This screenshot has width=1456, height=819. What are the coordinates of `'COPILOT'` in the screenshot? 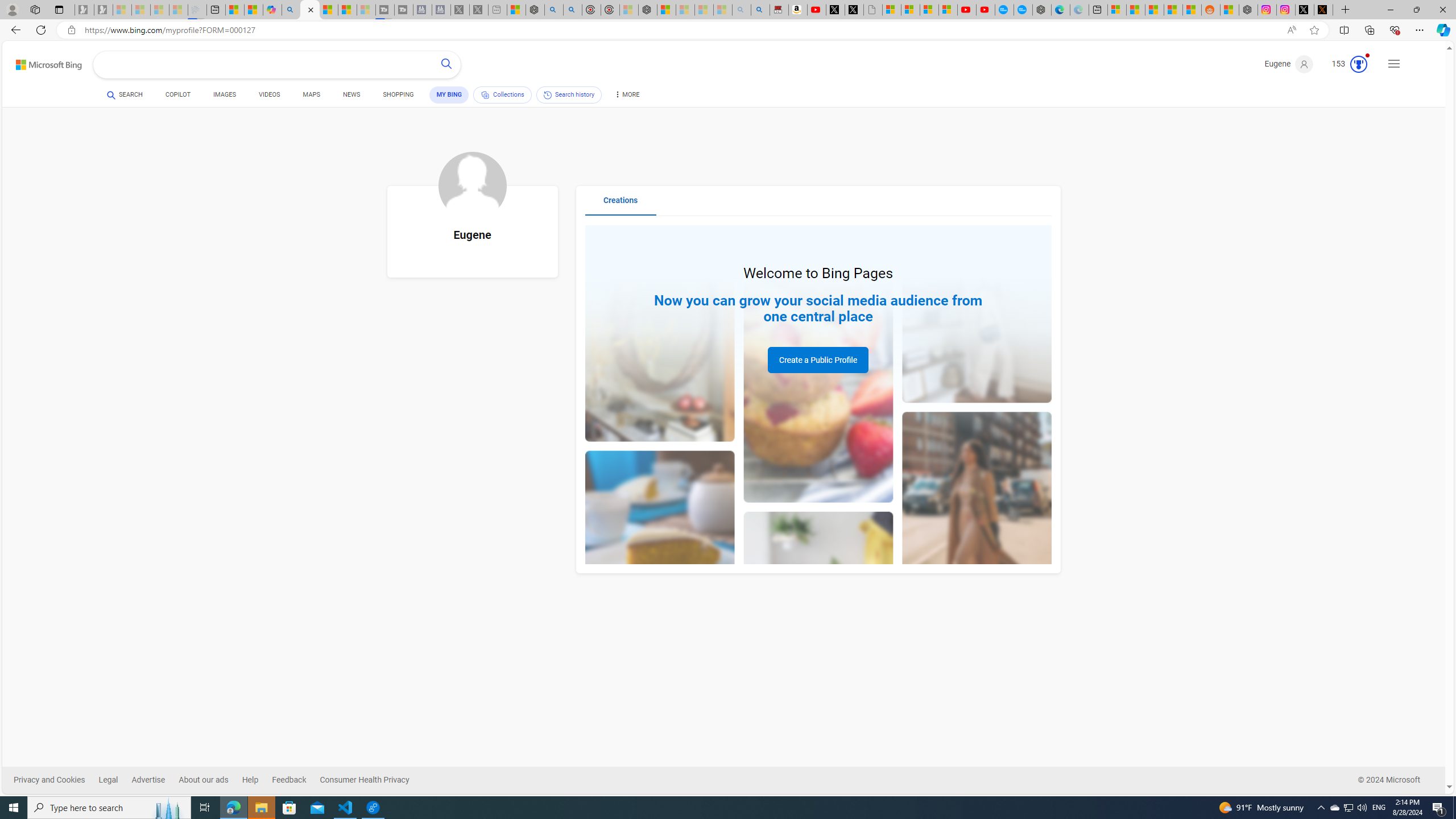 It's located at (178, 96).